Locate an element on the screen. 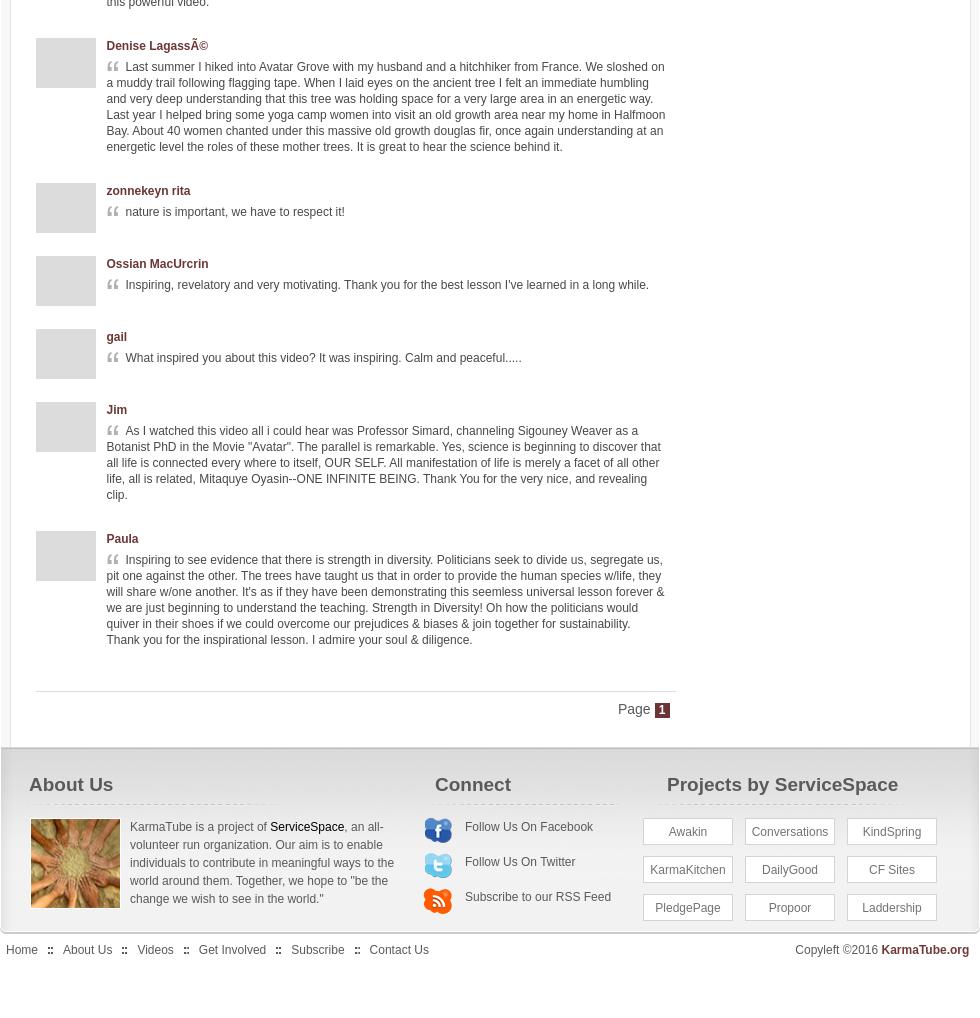 Image resolution: width=980 pixels, height=1018 pixels. 'Inspiring, revelatory and very motivating. Thank you for the best lesson I've learned in a long while.' is located at coordinates (387, 285).